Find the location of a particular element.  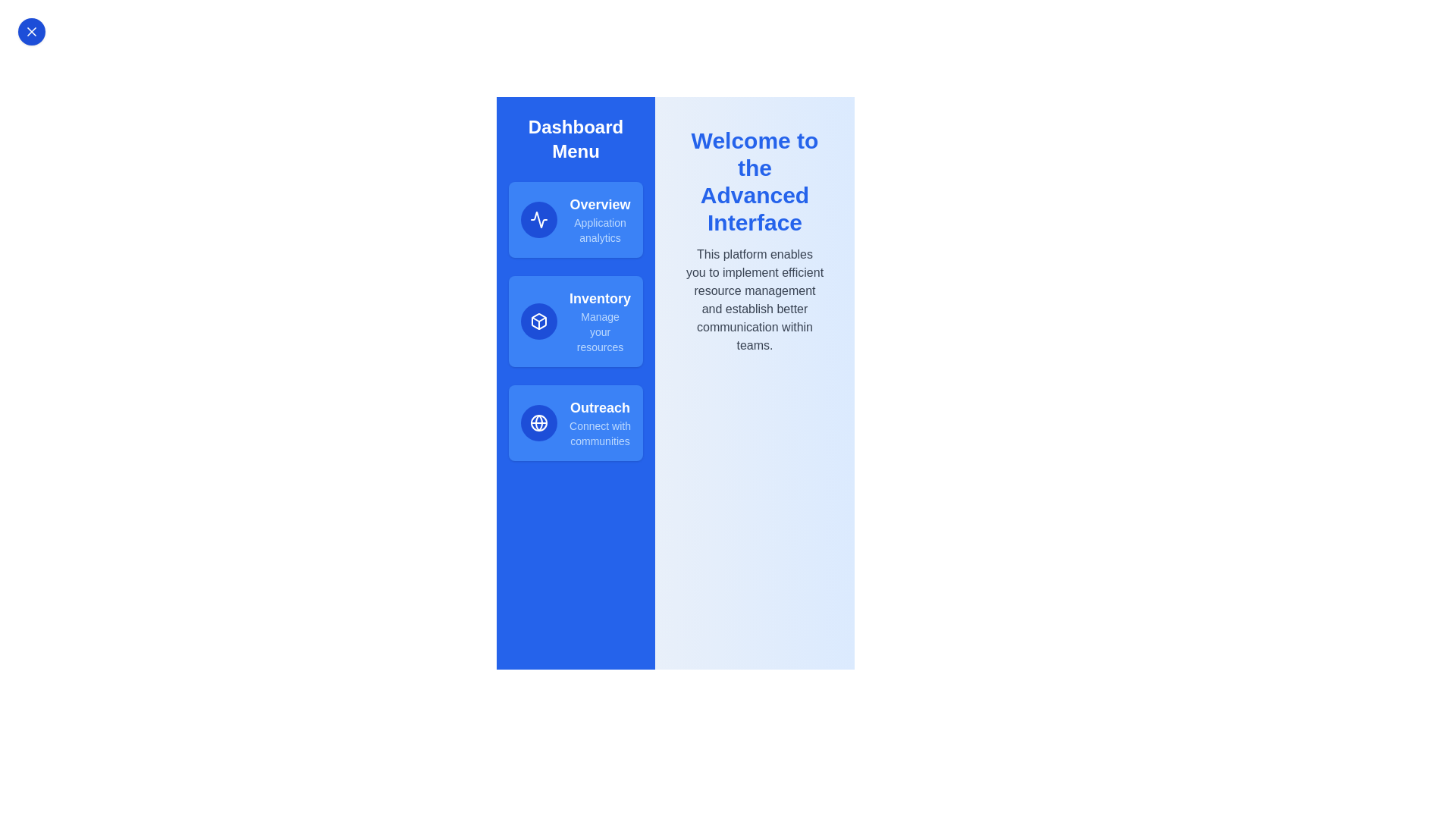

the button at the top-left corner to toggle the drawer visibility is located at coordinates (32, 32).